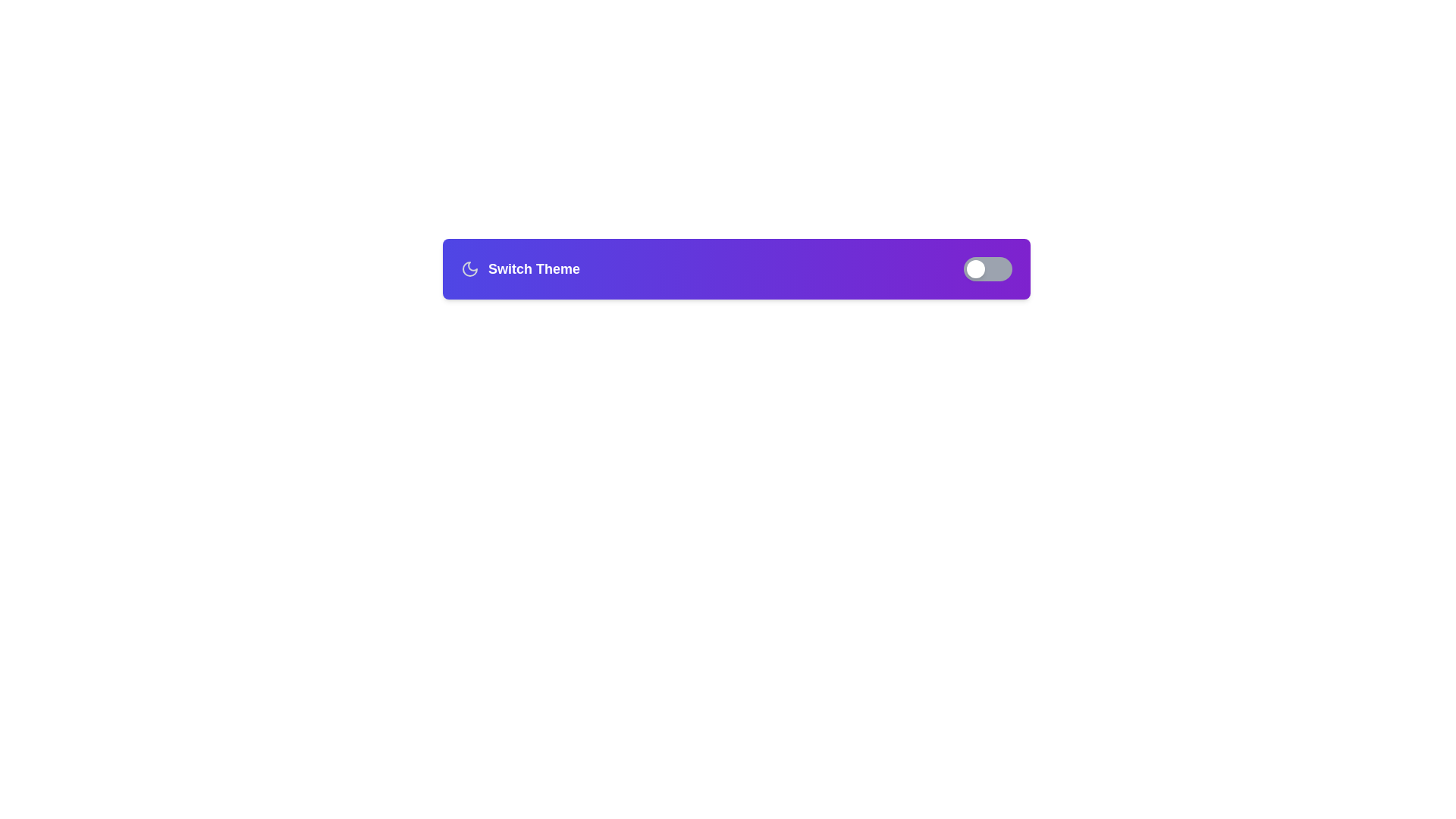 This screenshot has width=1456, height=819. Describe the element at coordinates (469, 268) in the screenshot. I see `the theme-switching icon located to the left of the 'Switch Theme' text` at that location.